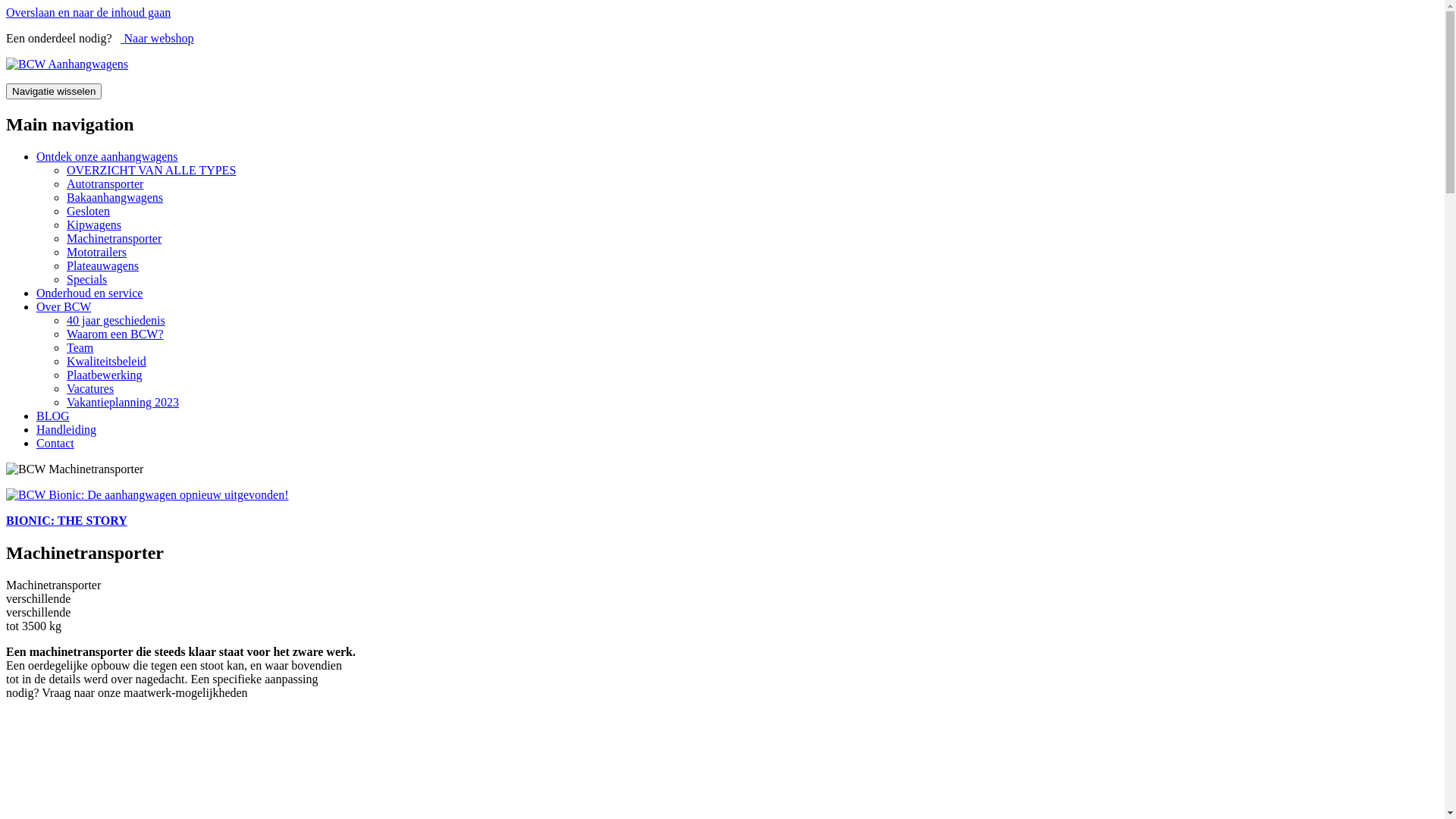 This screenshot has height=819, width=1456. I want to click on ' Naar webshop', so click(157, 37).